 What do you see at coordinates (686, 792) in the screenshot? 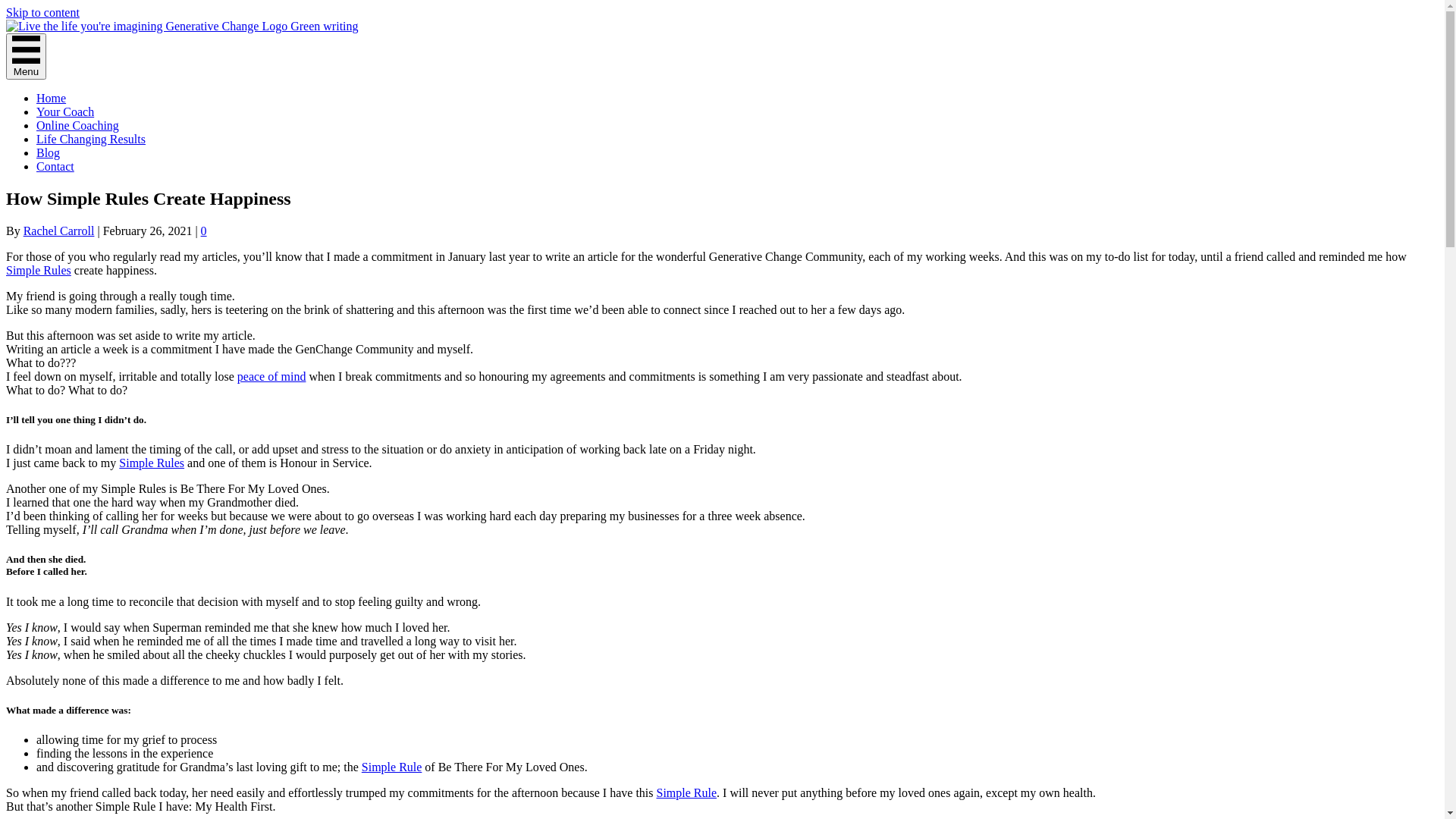
I see `'Simple Rule'` at bounding box center [686, 792].